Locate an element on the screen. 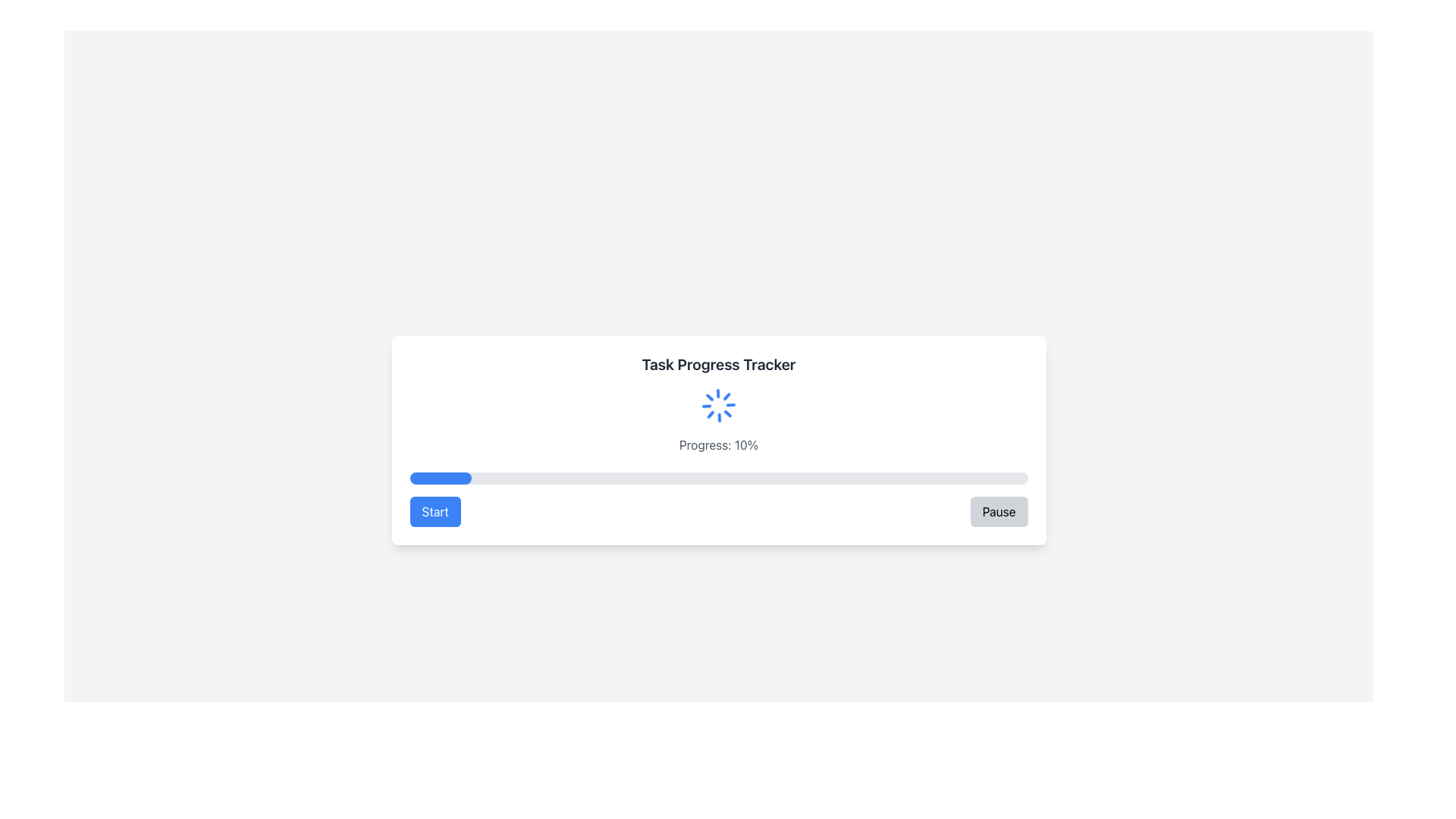 This screenshot has height=819, width=1456. the 'Pause' button located on the far right of the horizontal control arrangement below the progress bar is located at coordinates (999, 512).